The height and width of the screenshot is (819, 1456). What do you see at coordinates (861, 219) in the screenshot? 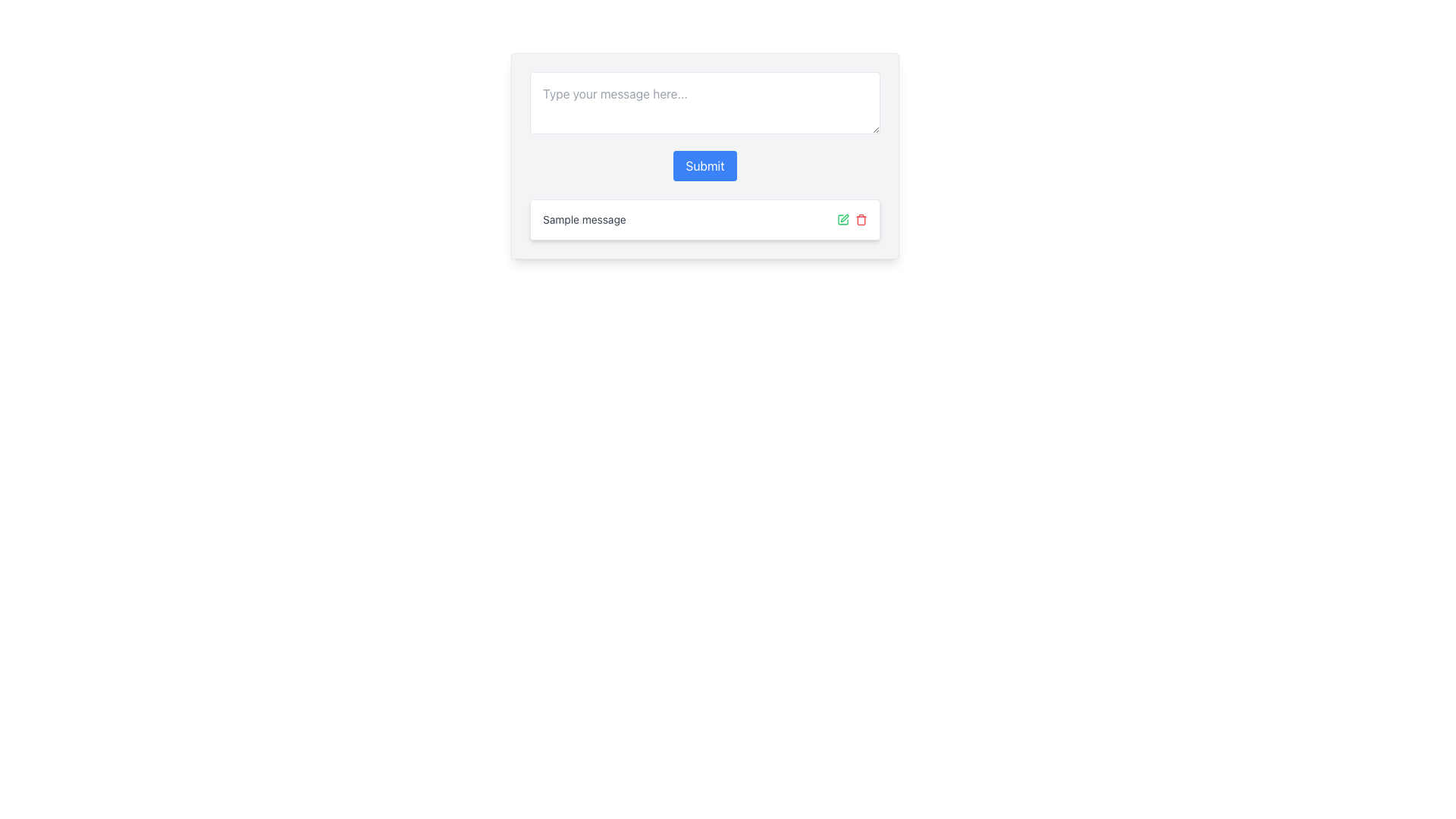
I see `the deletion button, which is the second interactive element in the row of icons, positioned to the right of the text content` at bounding box center [861, 219].